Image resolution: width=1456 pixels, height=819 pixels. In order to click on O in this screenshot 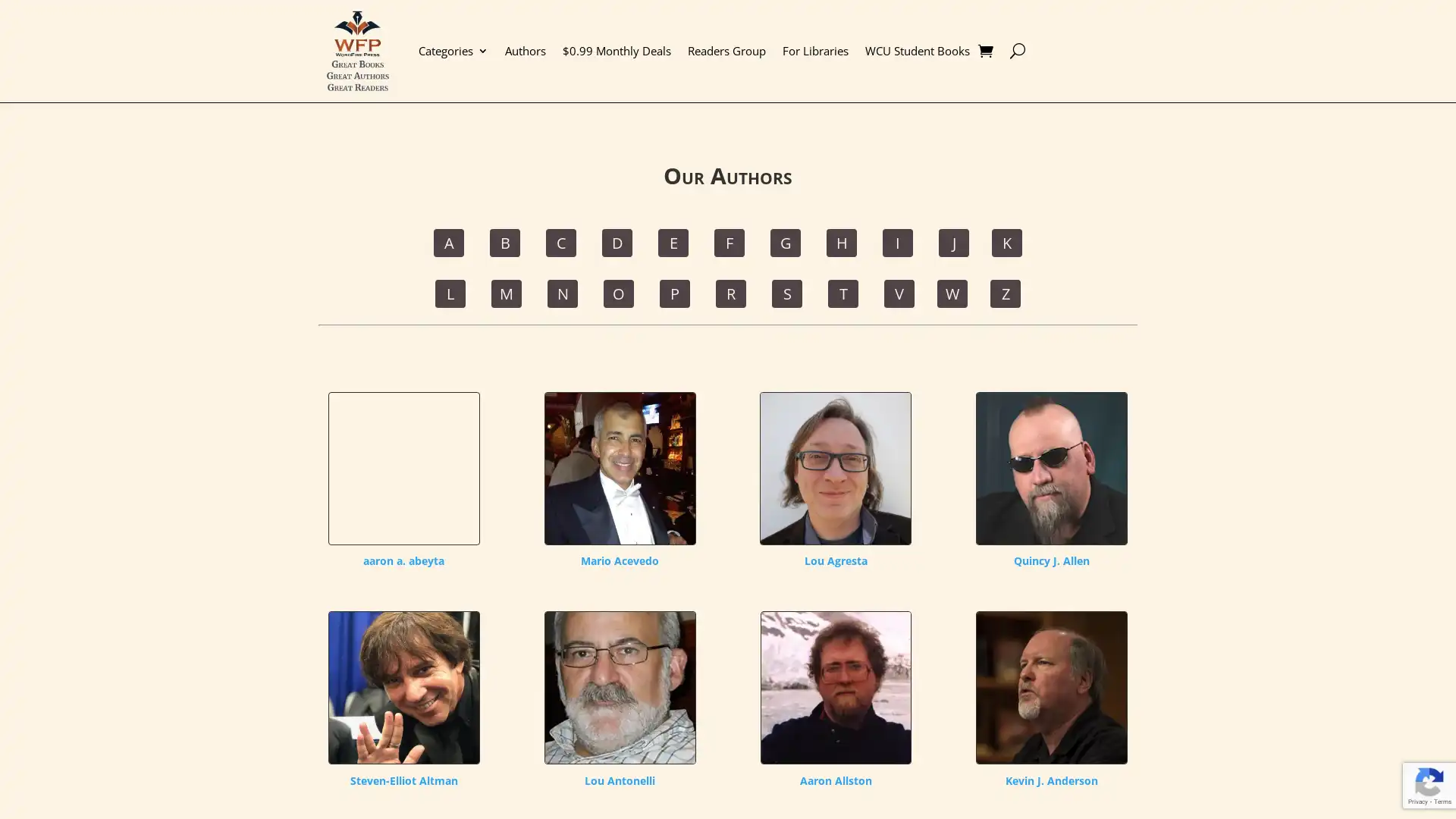, I will do `click(619, 293)`.